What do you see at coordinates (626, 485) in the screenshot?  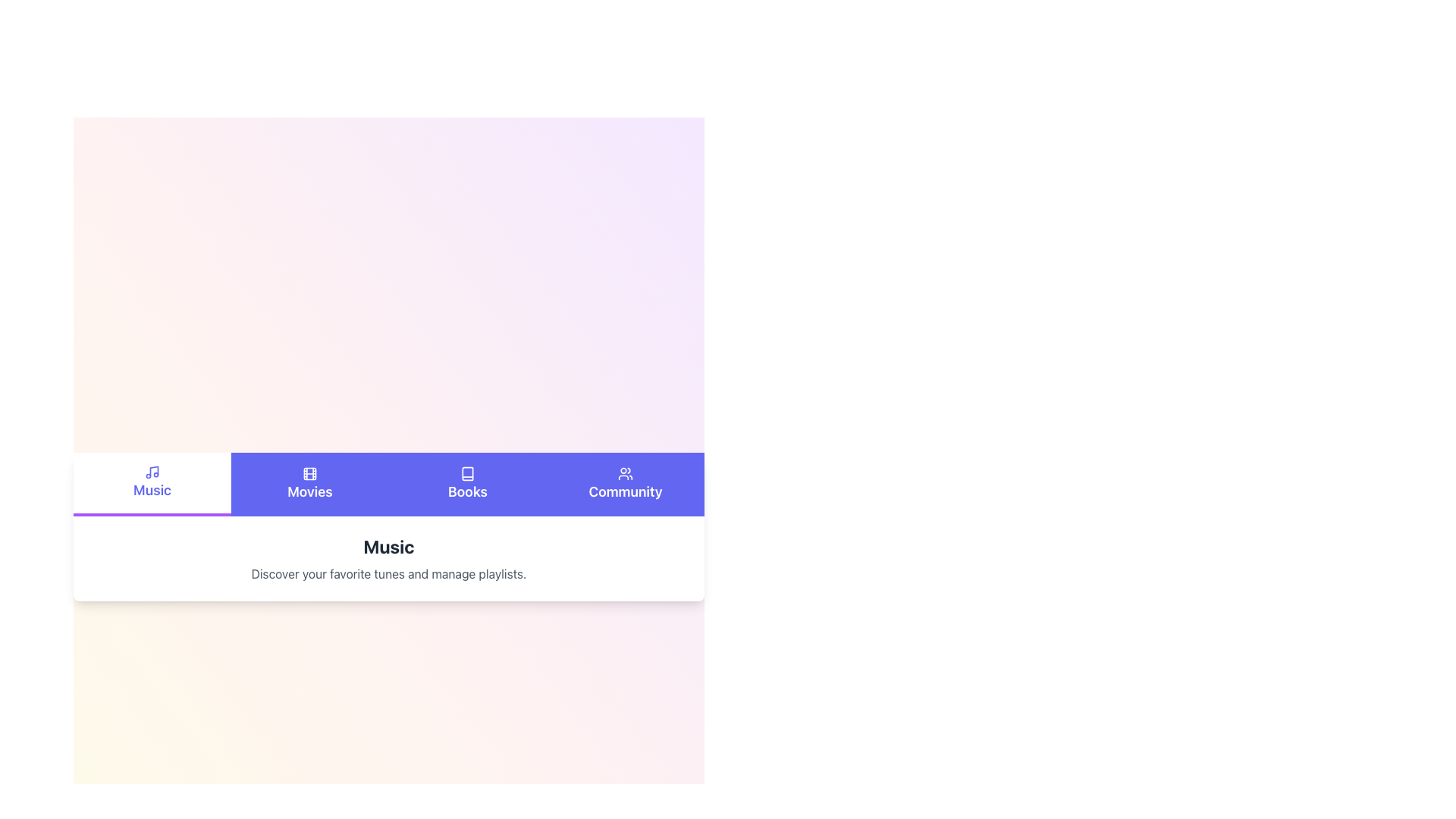 I see `the Navigation Menu Item that leads users to the 'Community' section, which is the fourth item in the horizontal menu bar, located to the right of the 'Books' element` at bounding box center [626, 485].